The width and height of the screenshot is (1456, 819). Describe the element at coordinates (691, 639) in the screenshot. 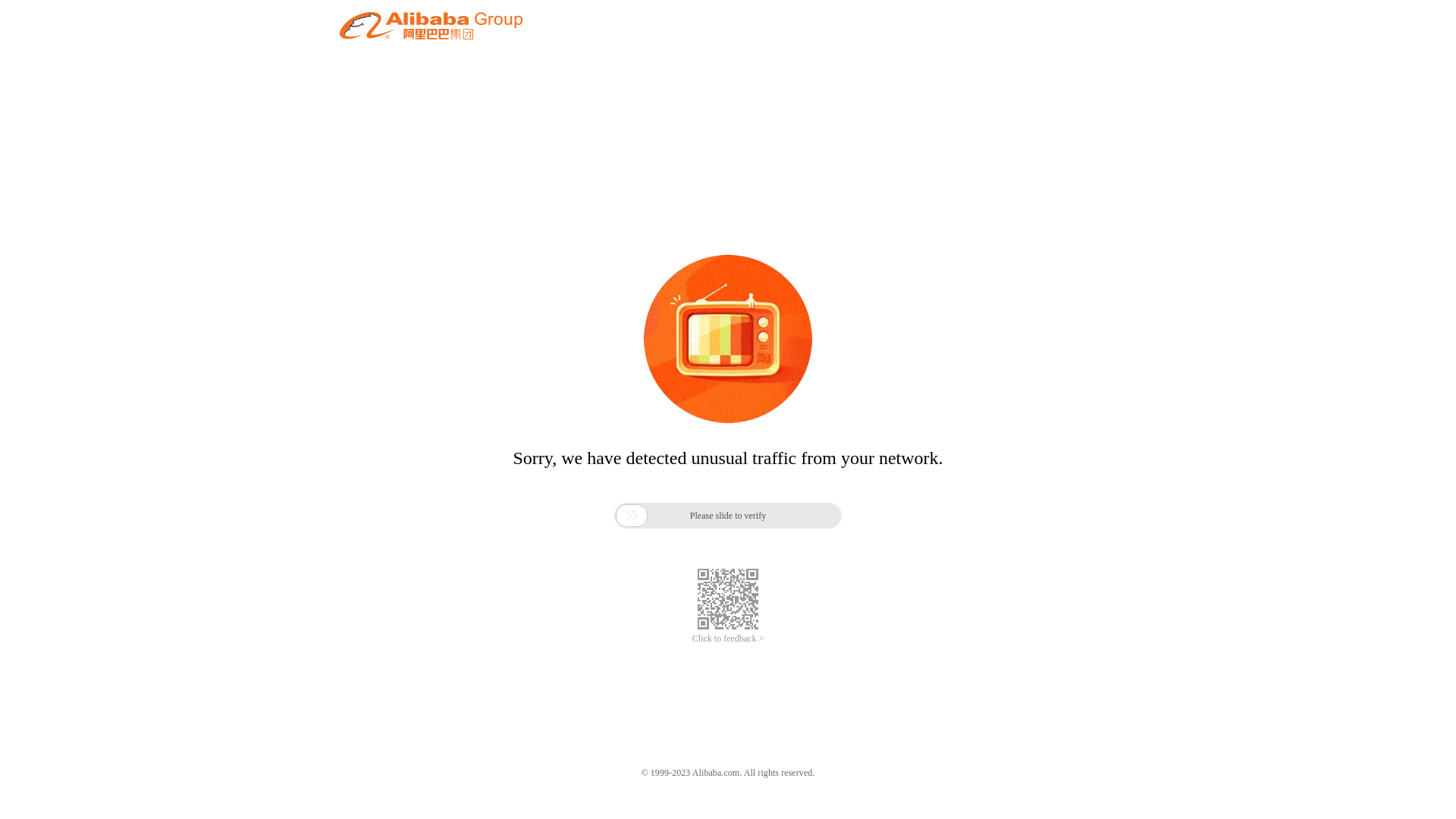

I see `'Click to feedback >'` at that location.